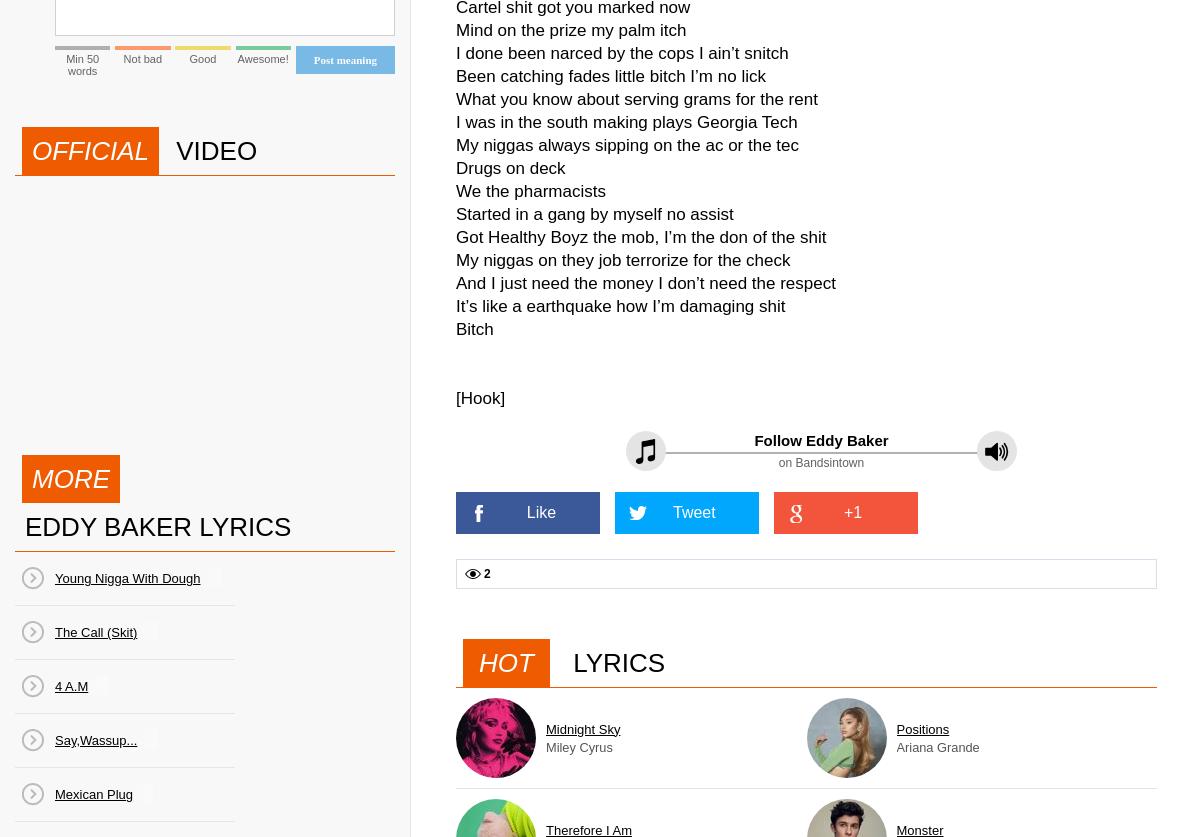  Describe the element at coordinates (455, 213) in the screenshot. I see `'Started in a gang by myself no assist'` at that location.